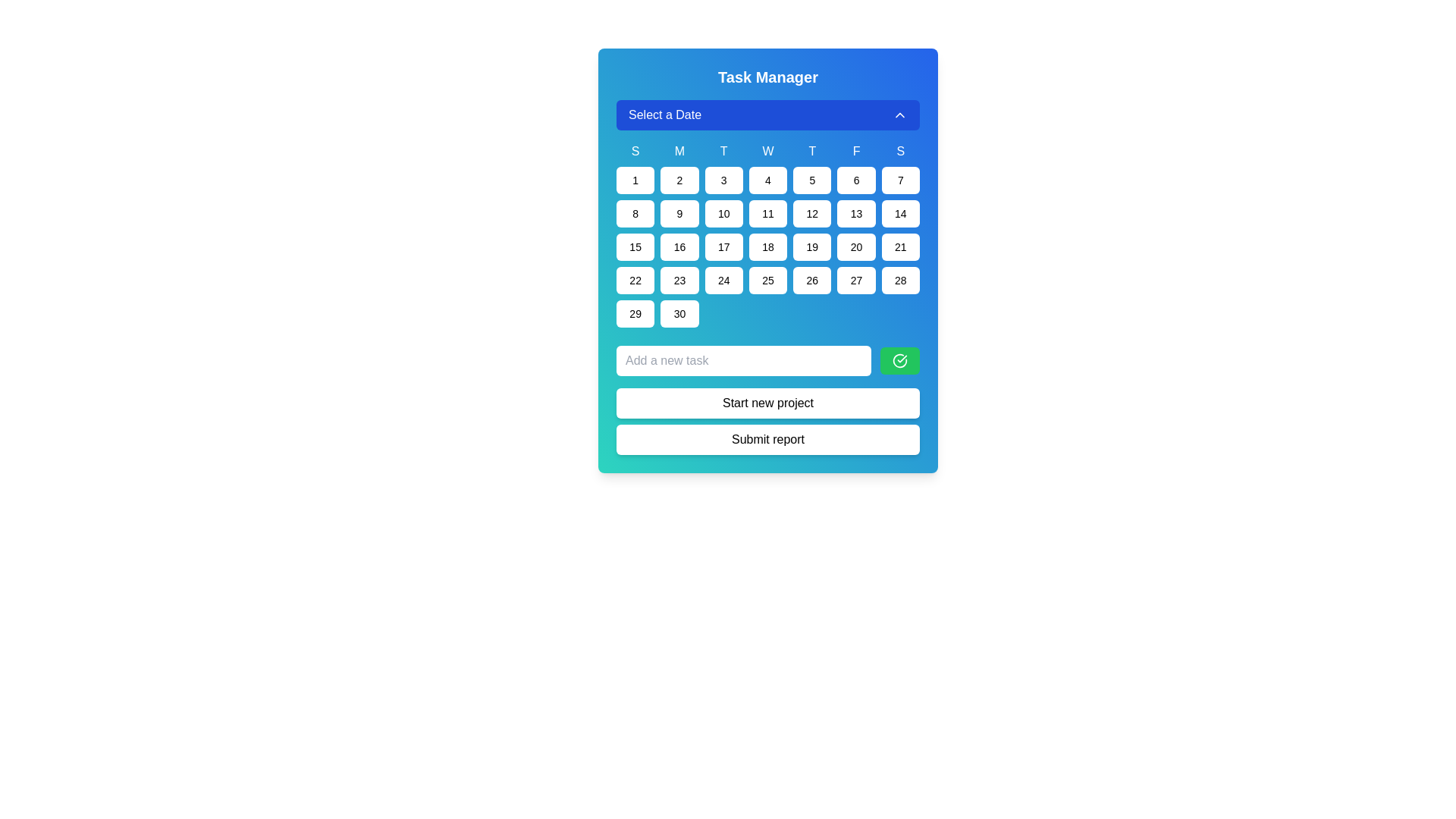  Describe the element at coordinates (767, 152) in the screenshot. I see `the bold letter 'W' styled in white on a blue background, which is the fourth element in a row of weekday initials` at that location.